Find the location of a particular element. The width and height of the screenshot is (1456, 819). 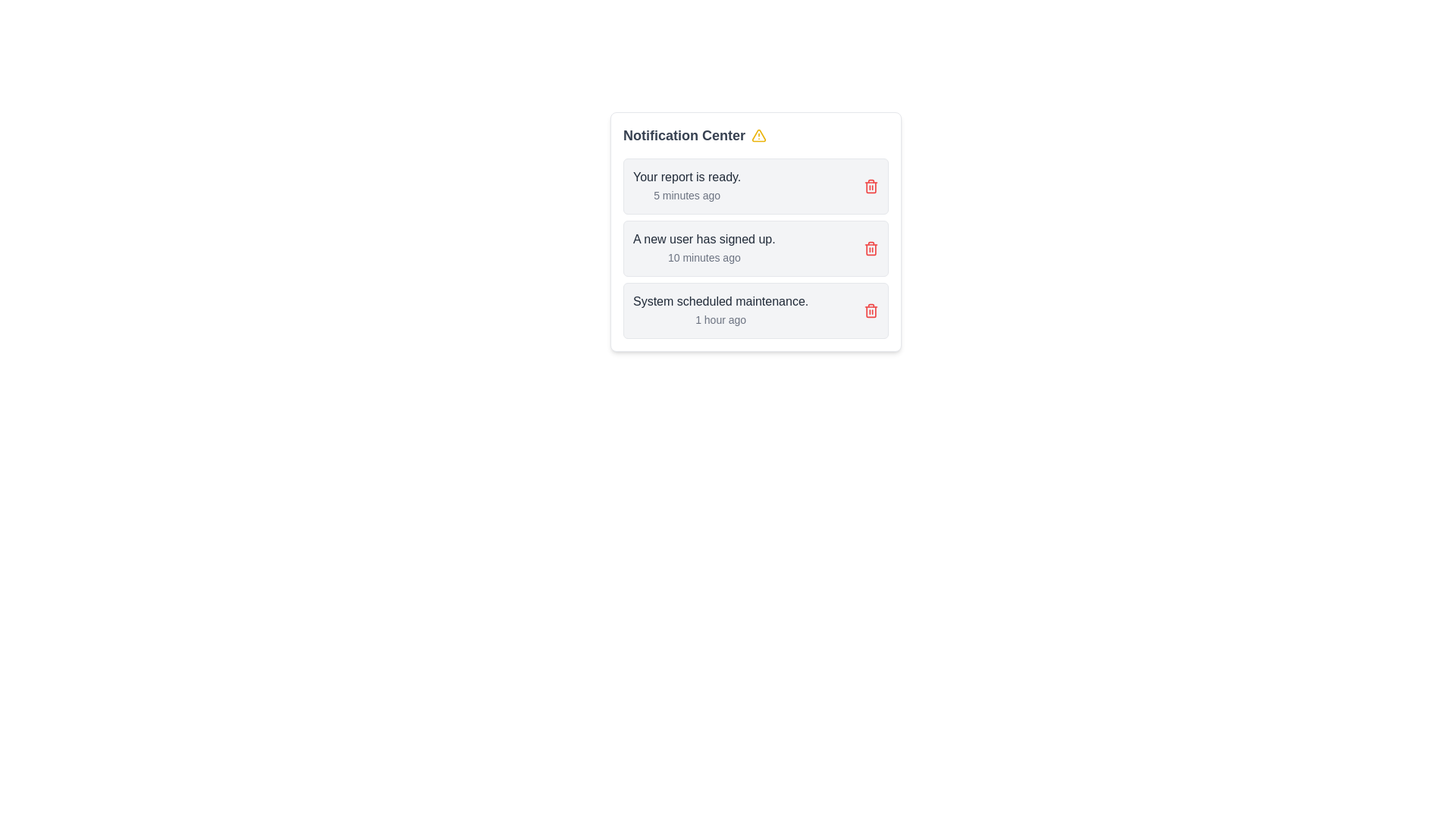

the delete button located at the bottom of the notification panel is located at coordinates (871, 309).